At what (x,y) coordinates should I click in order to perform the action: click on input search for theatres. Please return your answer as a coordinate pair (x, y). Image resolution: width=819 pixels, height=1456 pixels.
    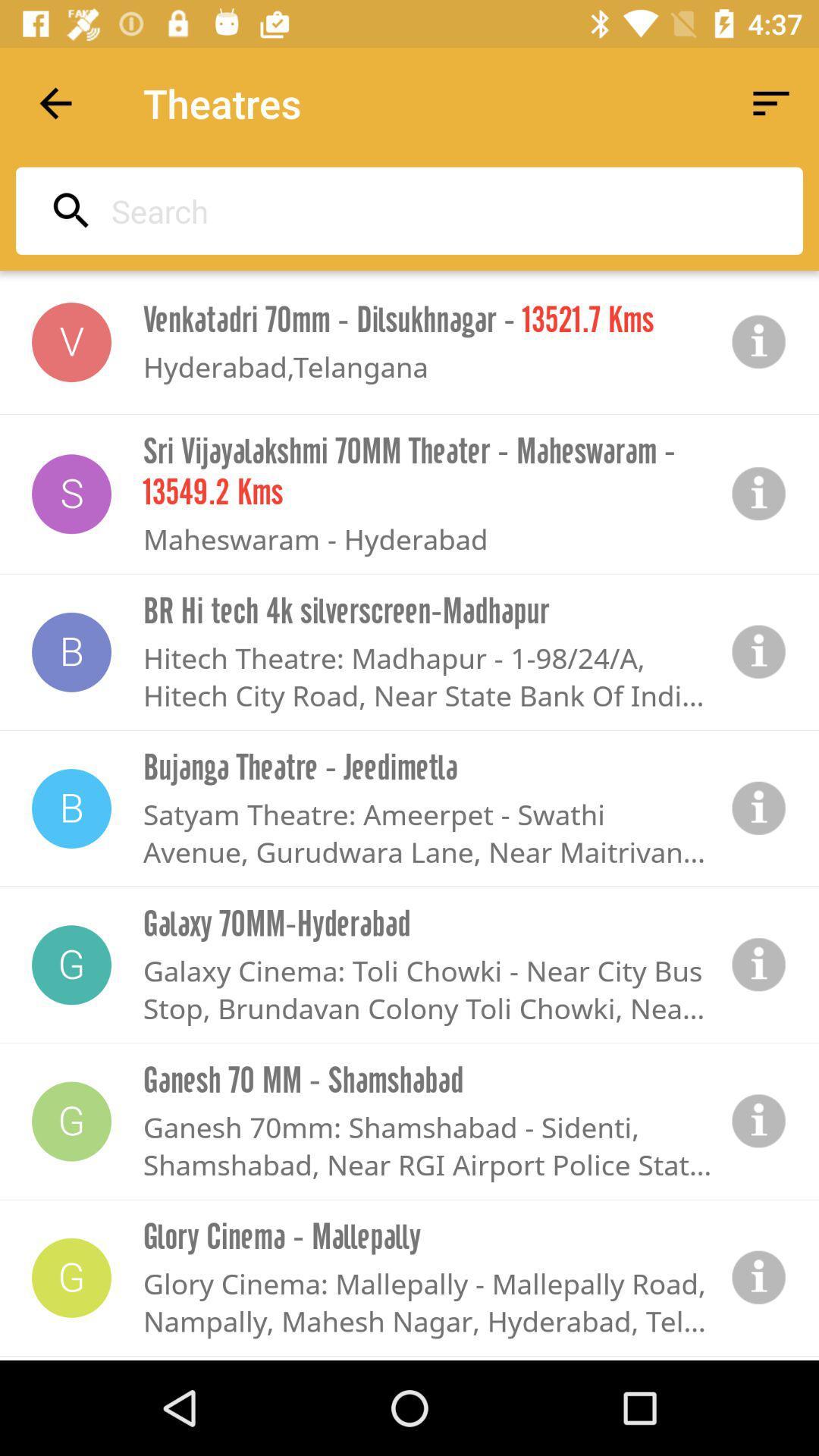
    Looking at the image, I should click on (404, 210).